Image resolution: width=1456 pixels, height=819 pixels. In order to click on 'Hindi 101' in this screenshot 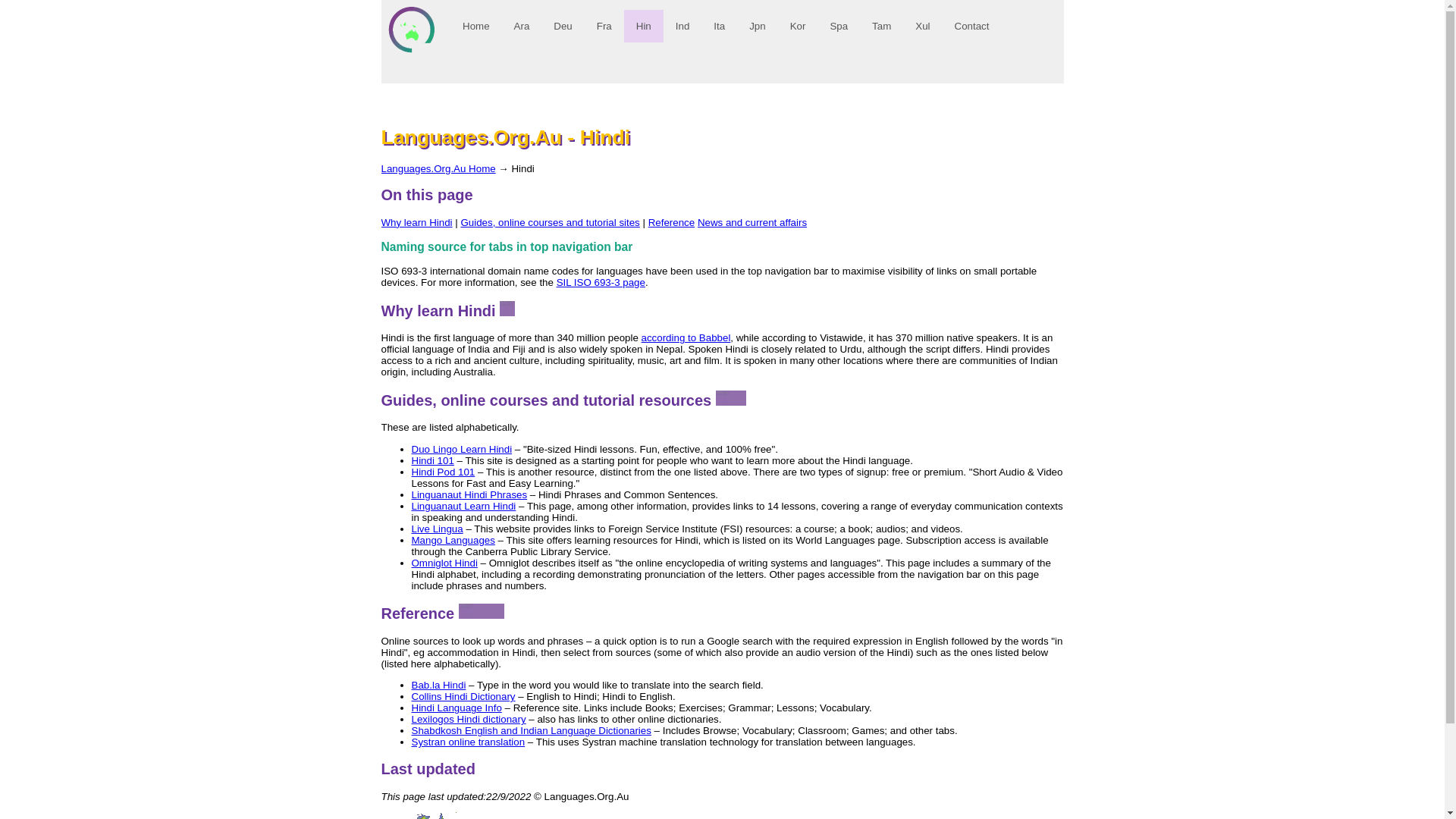, I will do `click(411, 460)`.